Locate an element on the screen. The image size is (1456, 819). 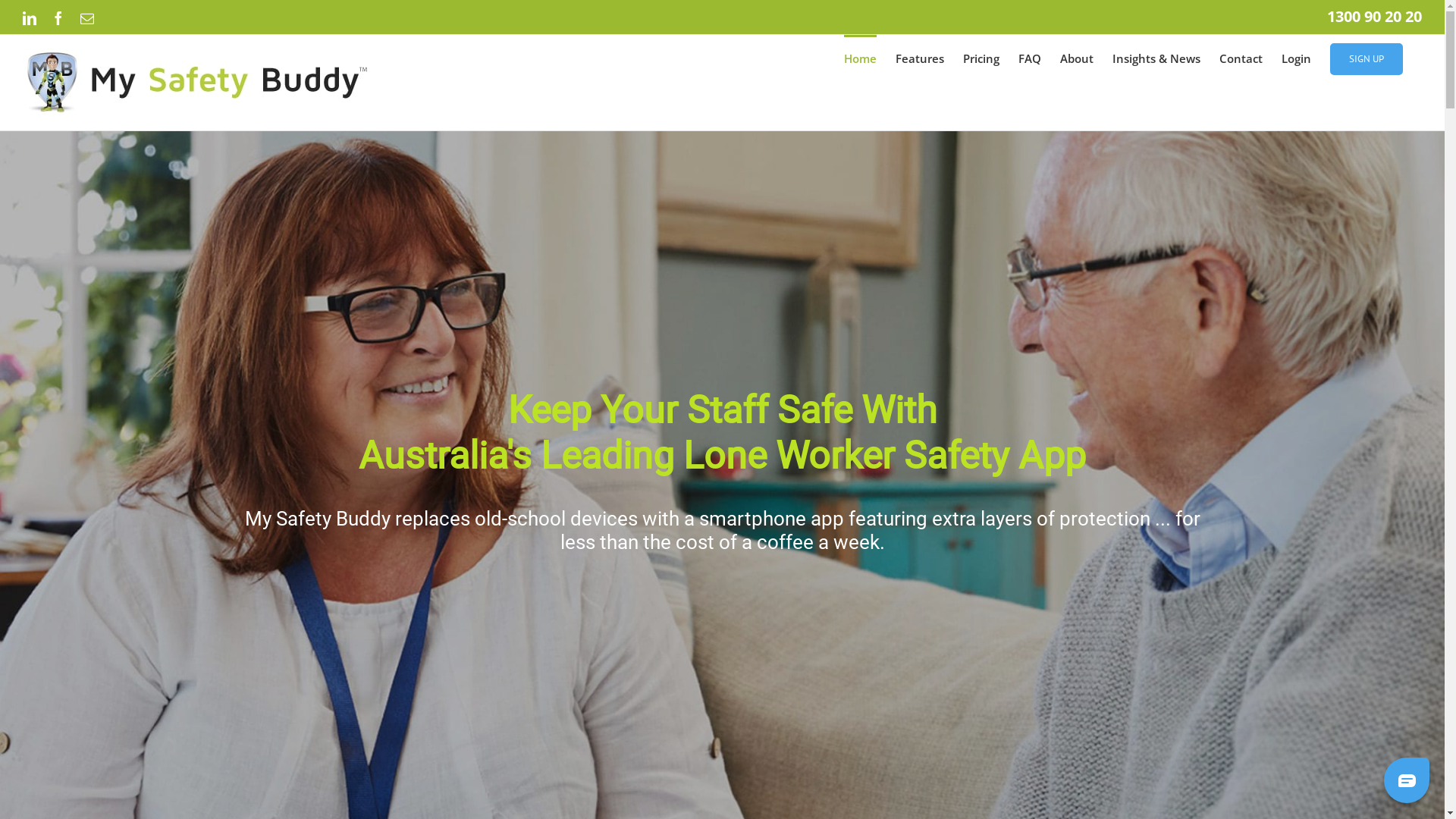
'Pricing' is located at coordinates (981, 57).